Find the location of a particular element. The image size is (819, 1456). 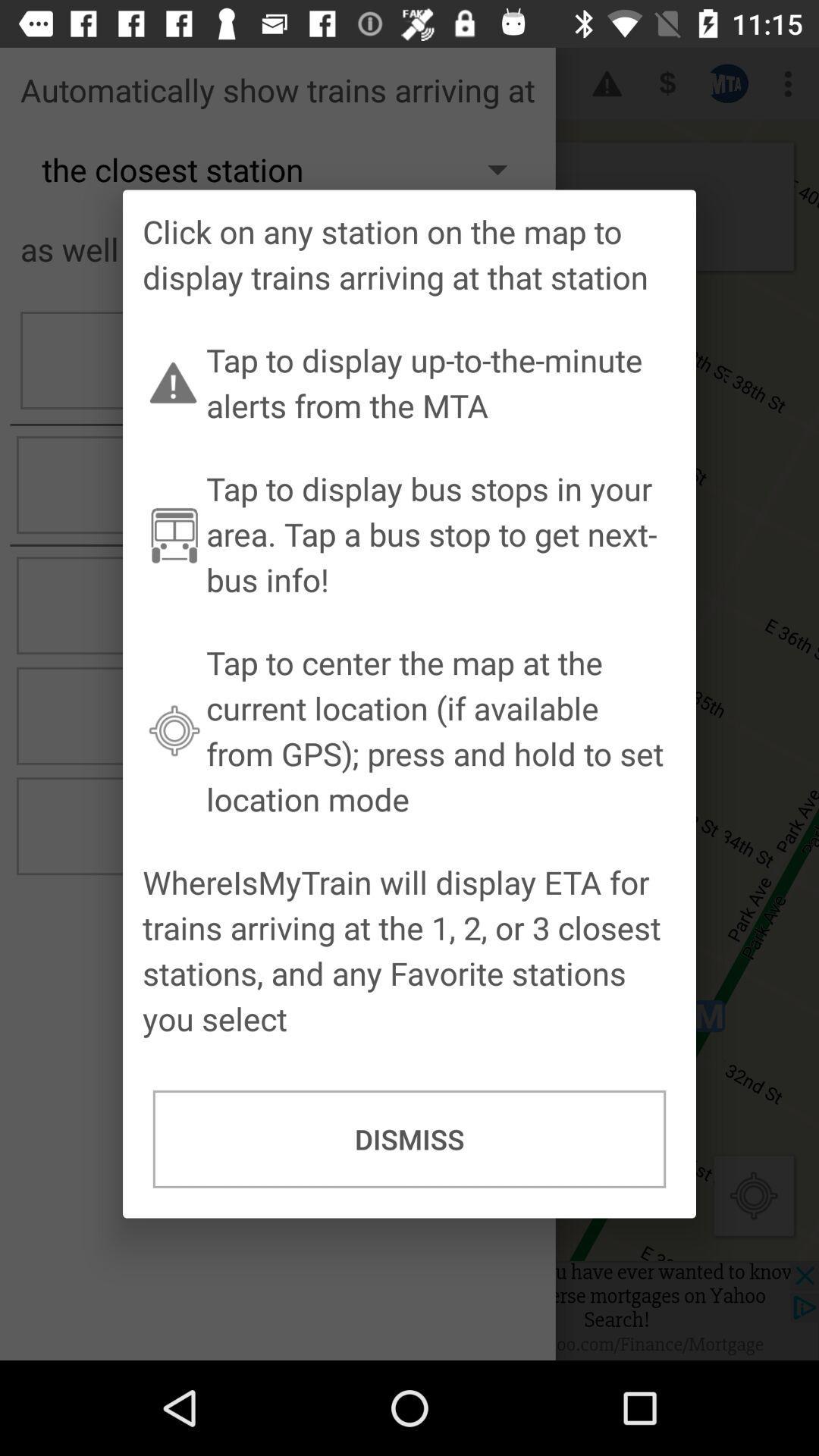

dismiss icon is located at coordinates (409, 1139).